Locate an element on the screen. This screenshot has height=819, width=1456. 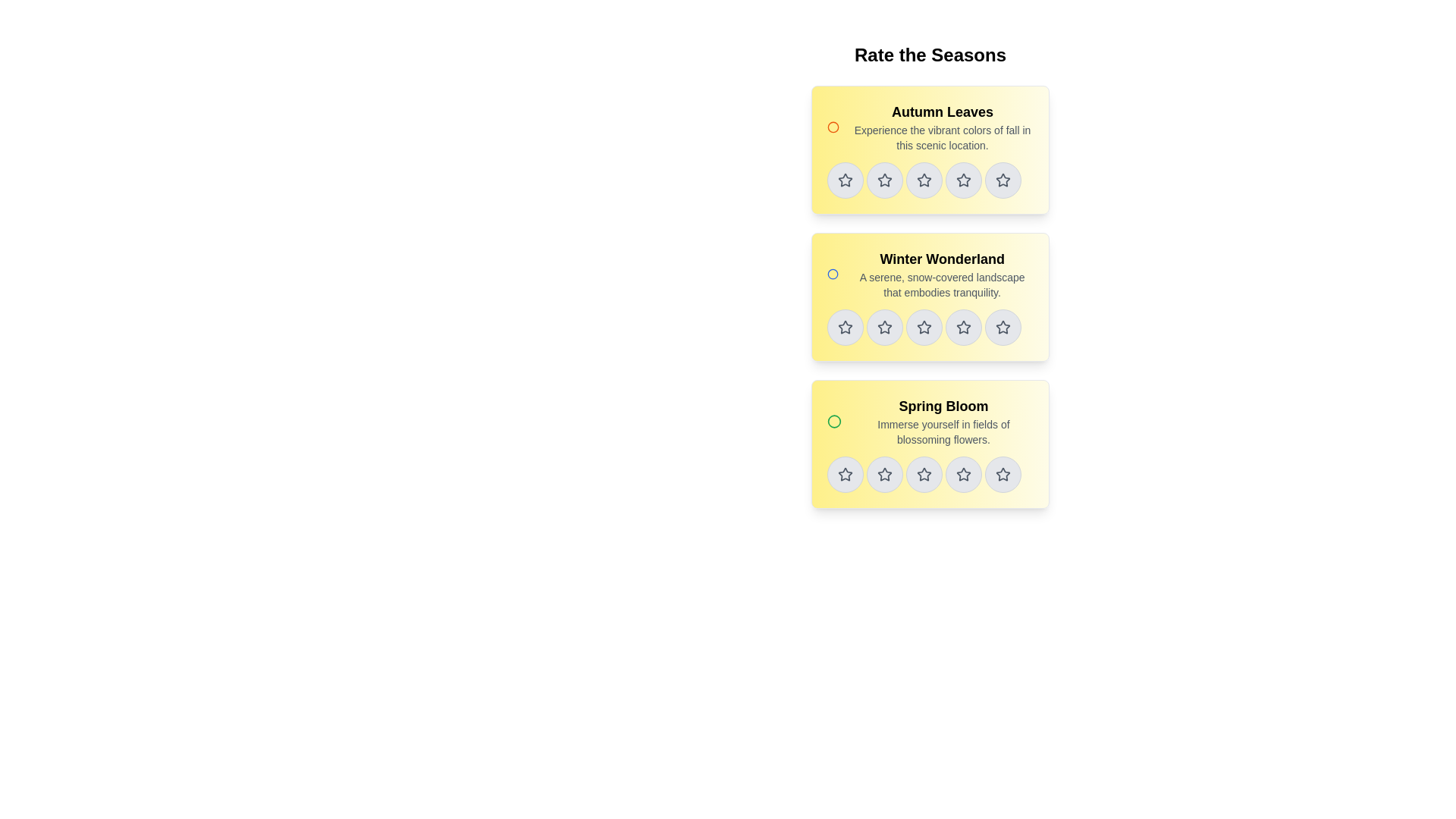
the first star icon in the row of rating stars within the 'Spring Bloom' section is located at coordinates (844, 473).